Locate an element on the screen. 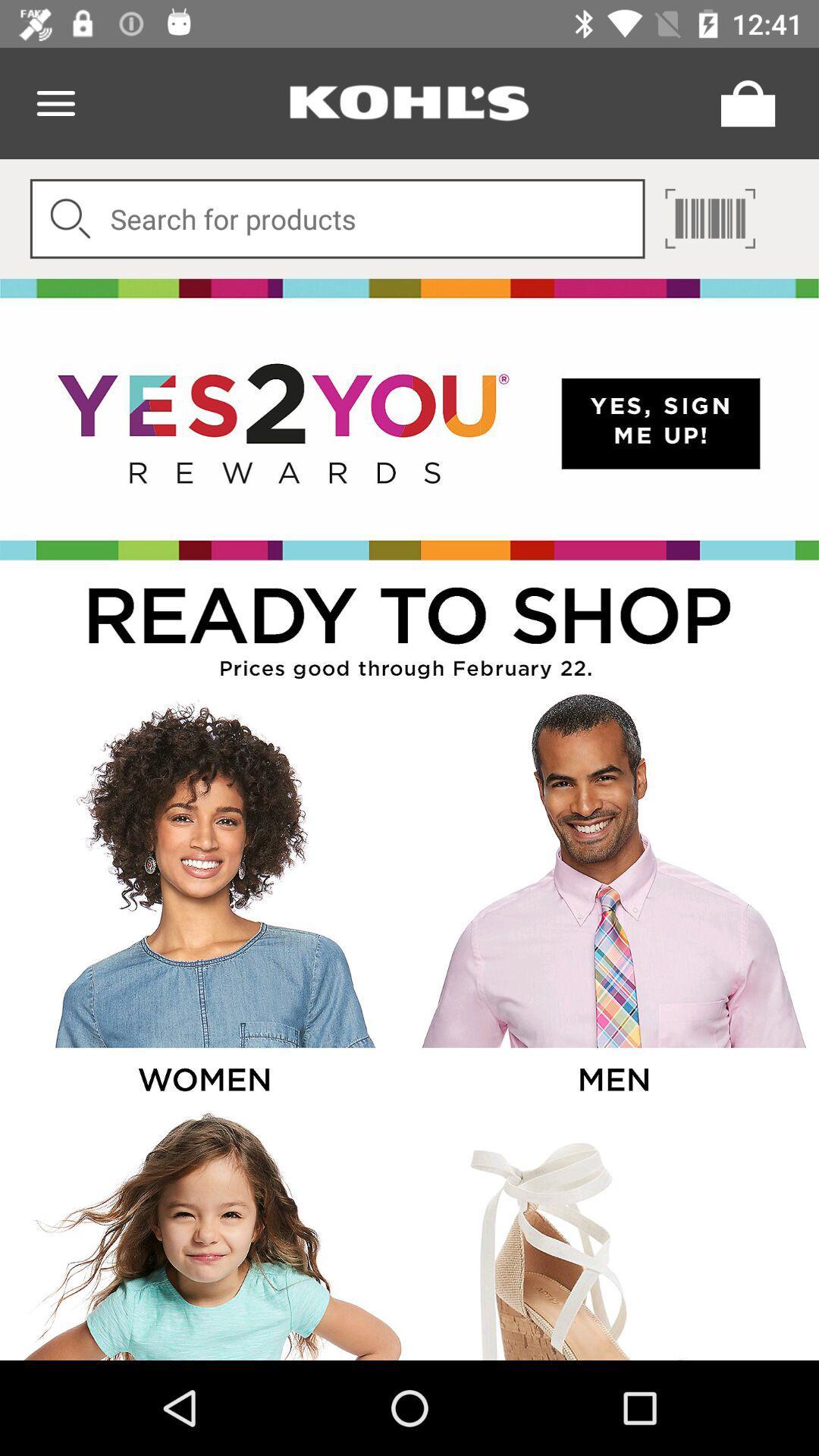 This screenshot has width=819, height=1456. the option image is located at coordinates (202, 899).